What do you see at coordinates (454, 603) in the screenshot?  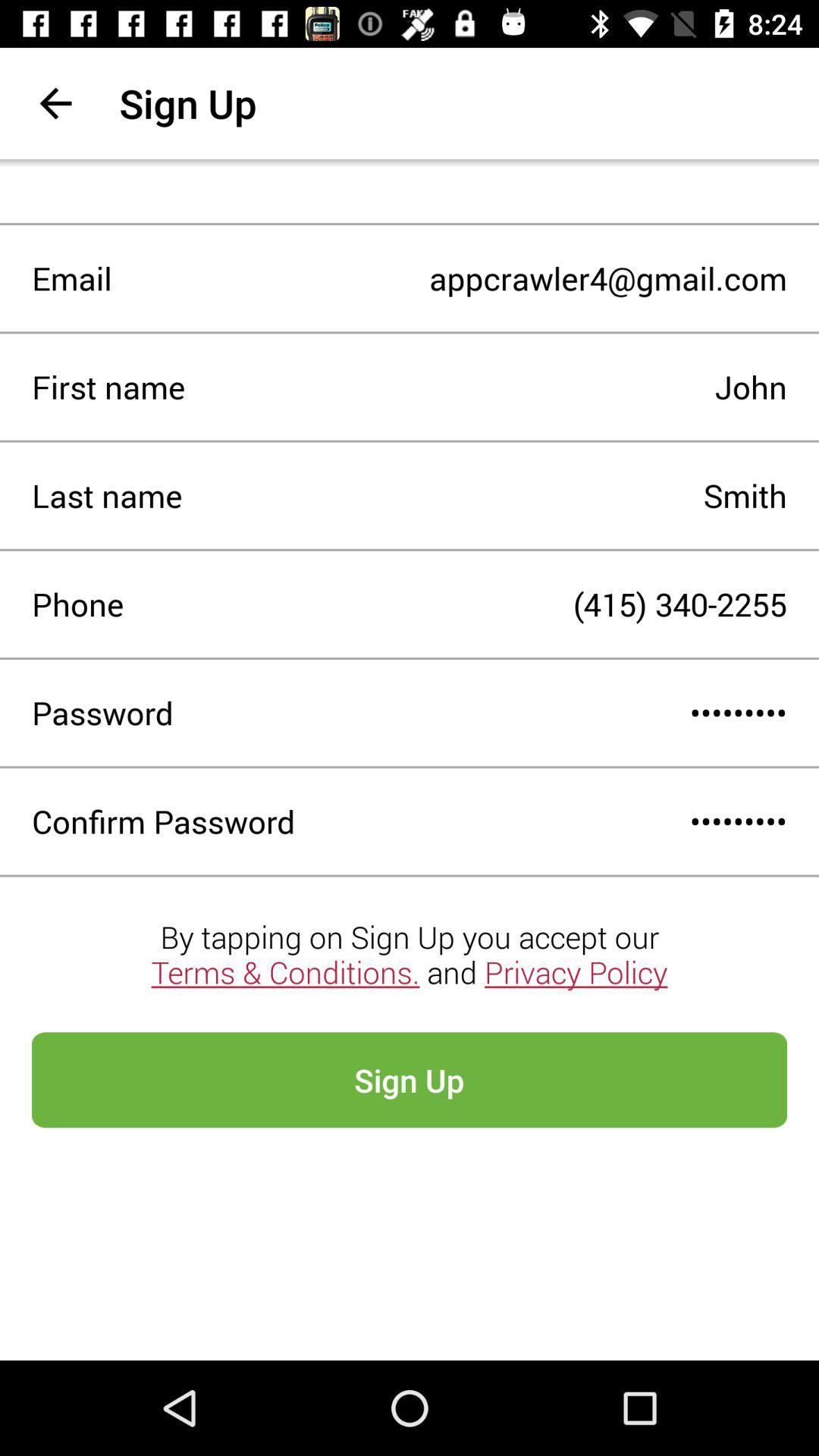 I see `icon to the right of phone` at bounding box center [454, 603].